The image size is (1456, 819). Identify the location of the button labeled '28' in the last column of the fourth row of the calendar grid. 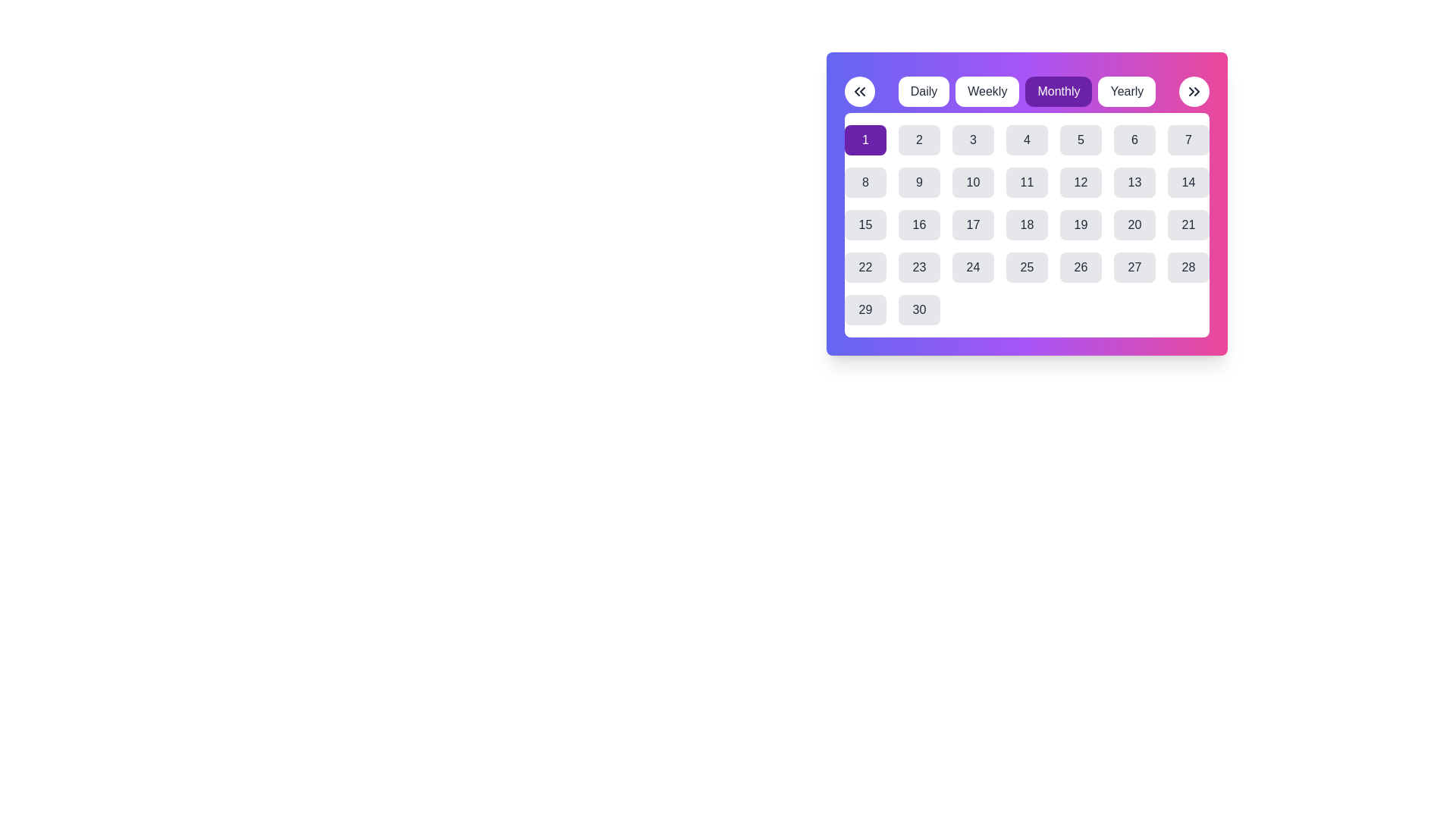
(1188, 267).